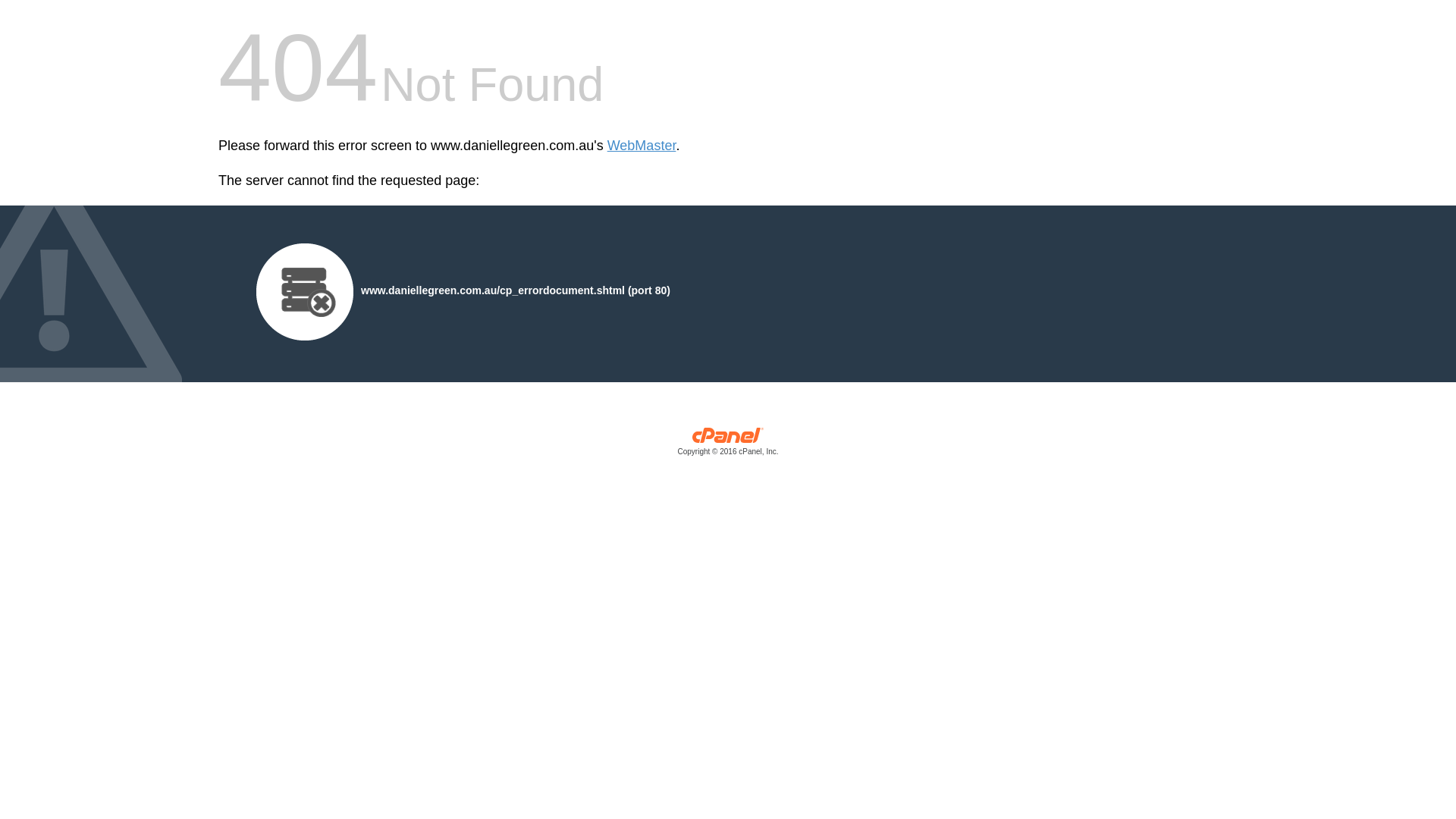  What do you see at coordinates (642, 146) in the screenshot?
I see `'WebMaster'` at bounding box center [642, 146].